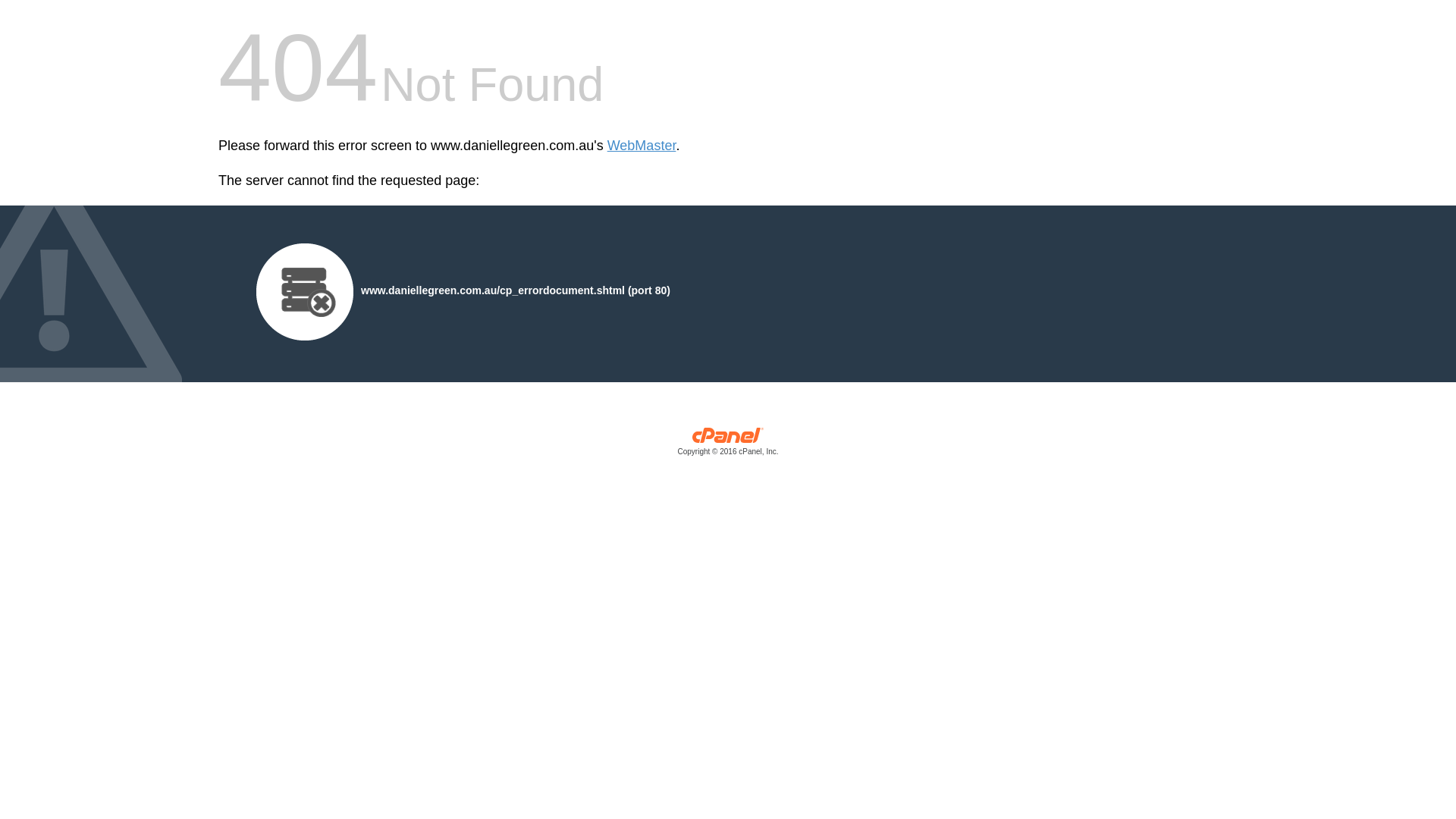  What do you see at coordinates (642, 146) in the screenshot?
I see `'WebMaster'` at bounding box center [642, 146].